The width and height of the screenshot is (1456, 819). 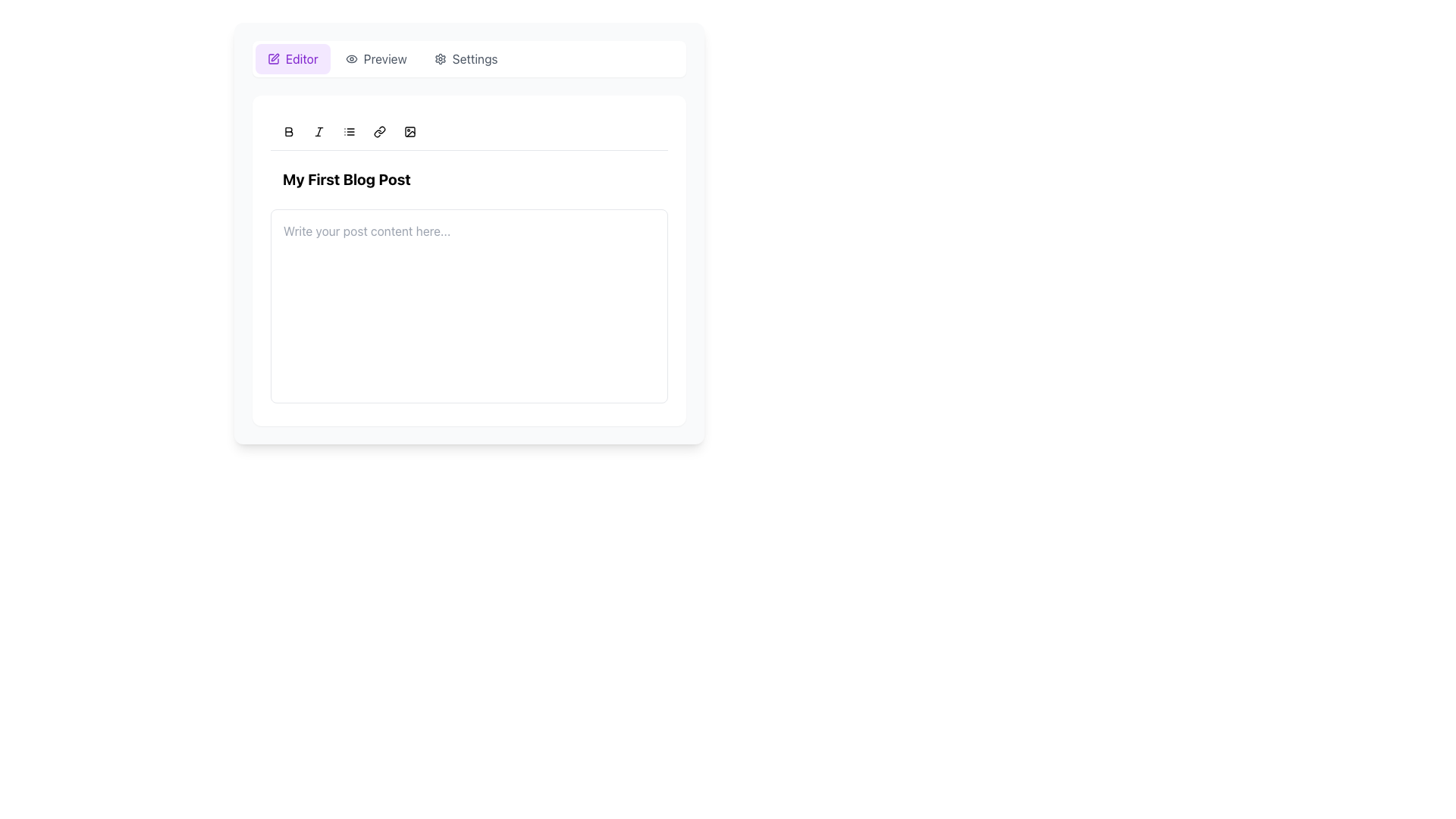 What do you see at coordinates (439, 58) in the screenshot?
I see `the 'Settings' icon located in the top-right section of the interface` at bounding box center [439, 58].